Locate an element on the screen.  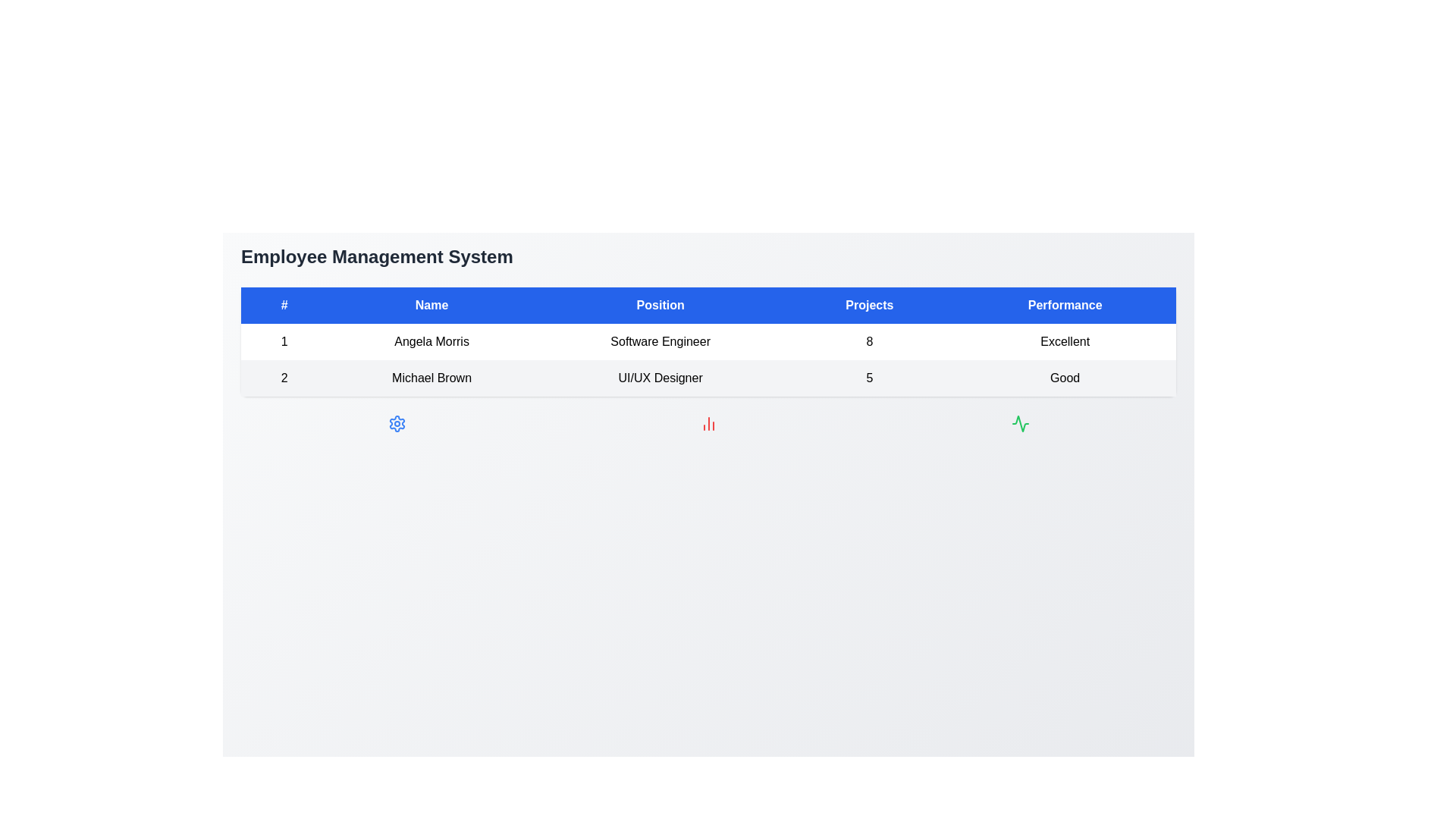
the SVG settings icon located below the employee information table is located at coordinates (397, 424).